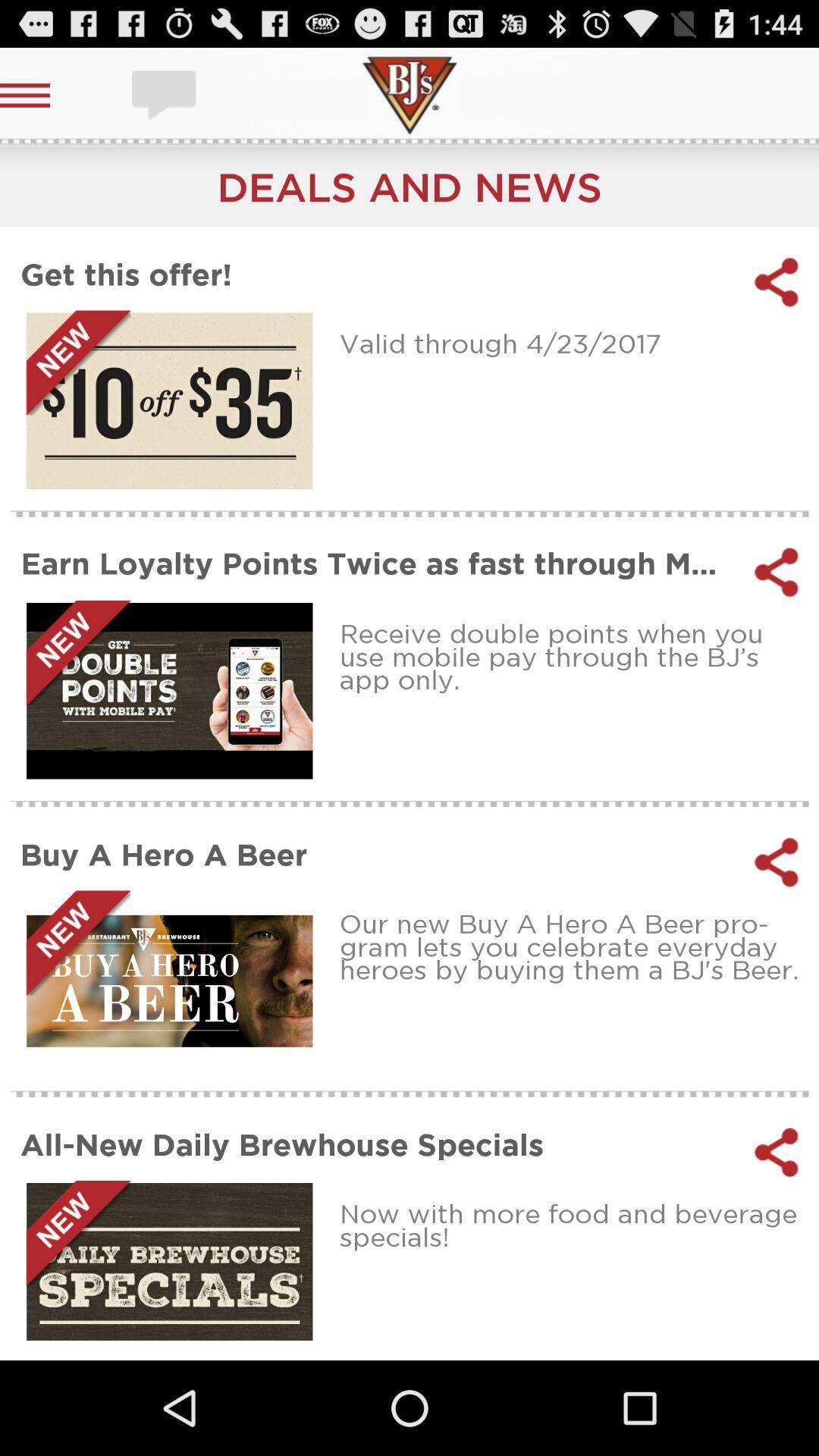 This screenshot has height=1456, width=819. What do you see at coordinates (777, 571) in the screenshot?
I see `shareing icone` at bounding box center [777, 571].